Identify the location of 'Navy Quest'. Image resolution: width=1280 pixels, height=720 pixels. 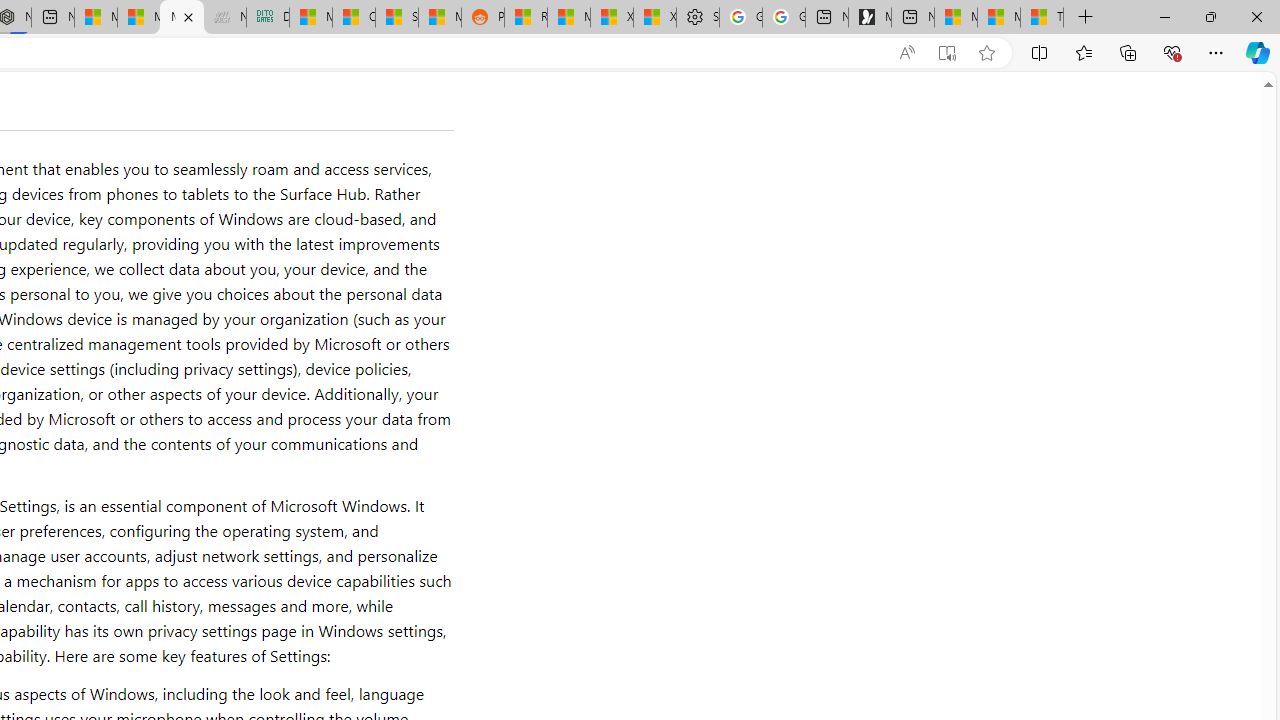
(224, 17).